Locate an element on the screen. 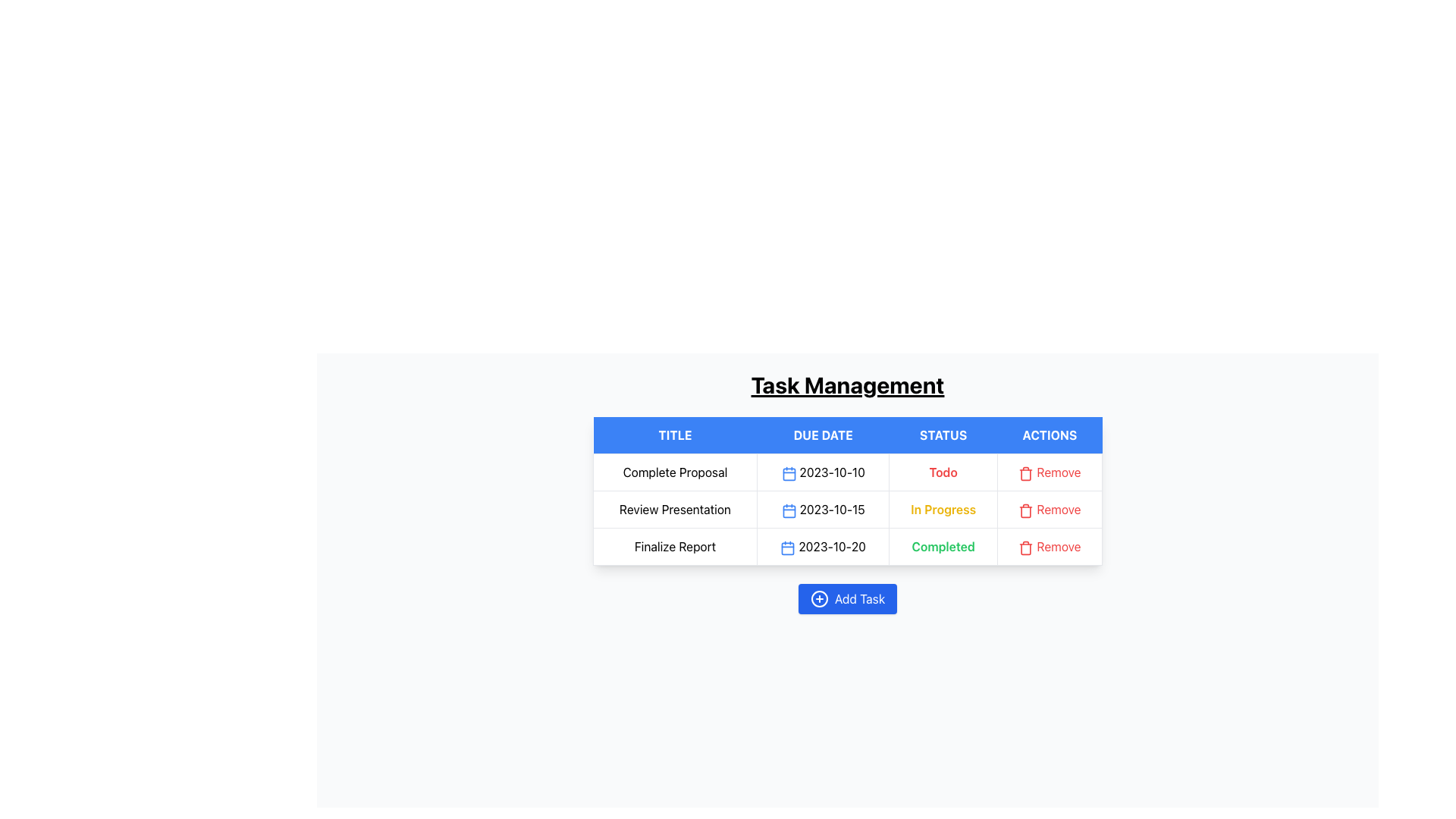  the 'Todo' text label in the 'STATUS' column of the first row in the 'Task Management' table, which indicates the task status as pending or not started is located at coordinates (943, 472).